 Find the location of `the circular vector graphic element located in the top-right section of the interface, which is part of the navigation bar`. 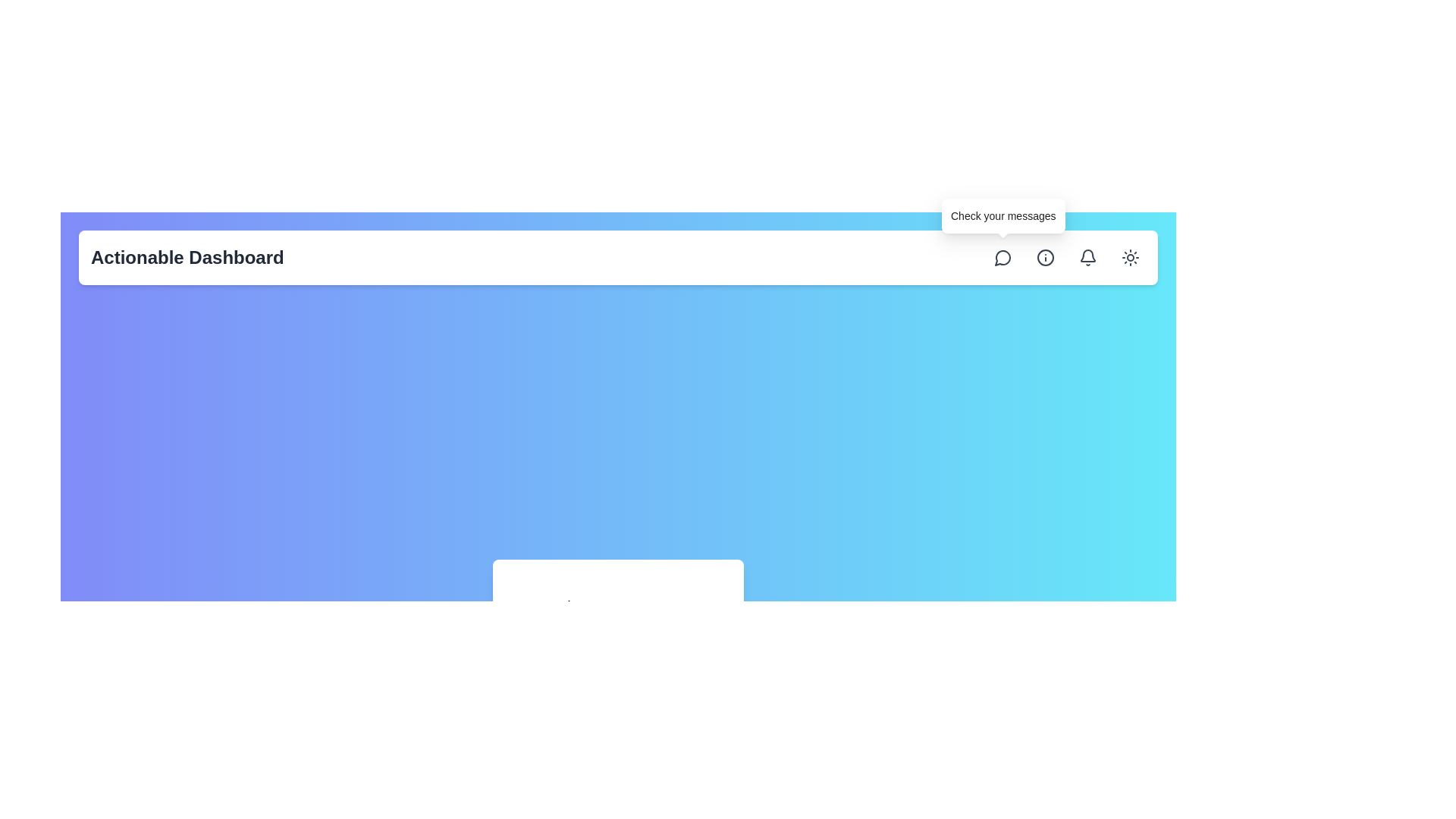

the circular vector graphic element located in the top-right section of the interface, which is part of the navigation bar is located at coordinates (1044, 256).